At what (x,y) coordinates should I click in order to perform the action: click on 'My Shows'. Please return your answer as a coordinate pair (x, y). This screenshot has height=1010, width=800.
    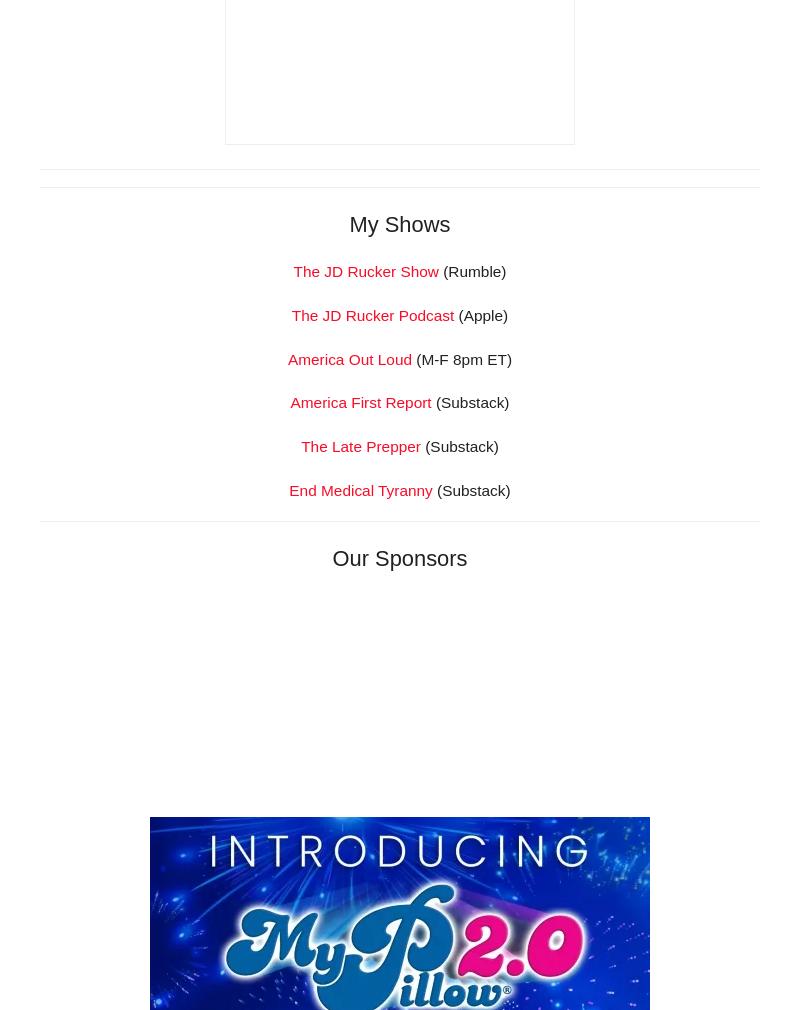
    Looking at the image, I should click on (398, 504).